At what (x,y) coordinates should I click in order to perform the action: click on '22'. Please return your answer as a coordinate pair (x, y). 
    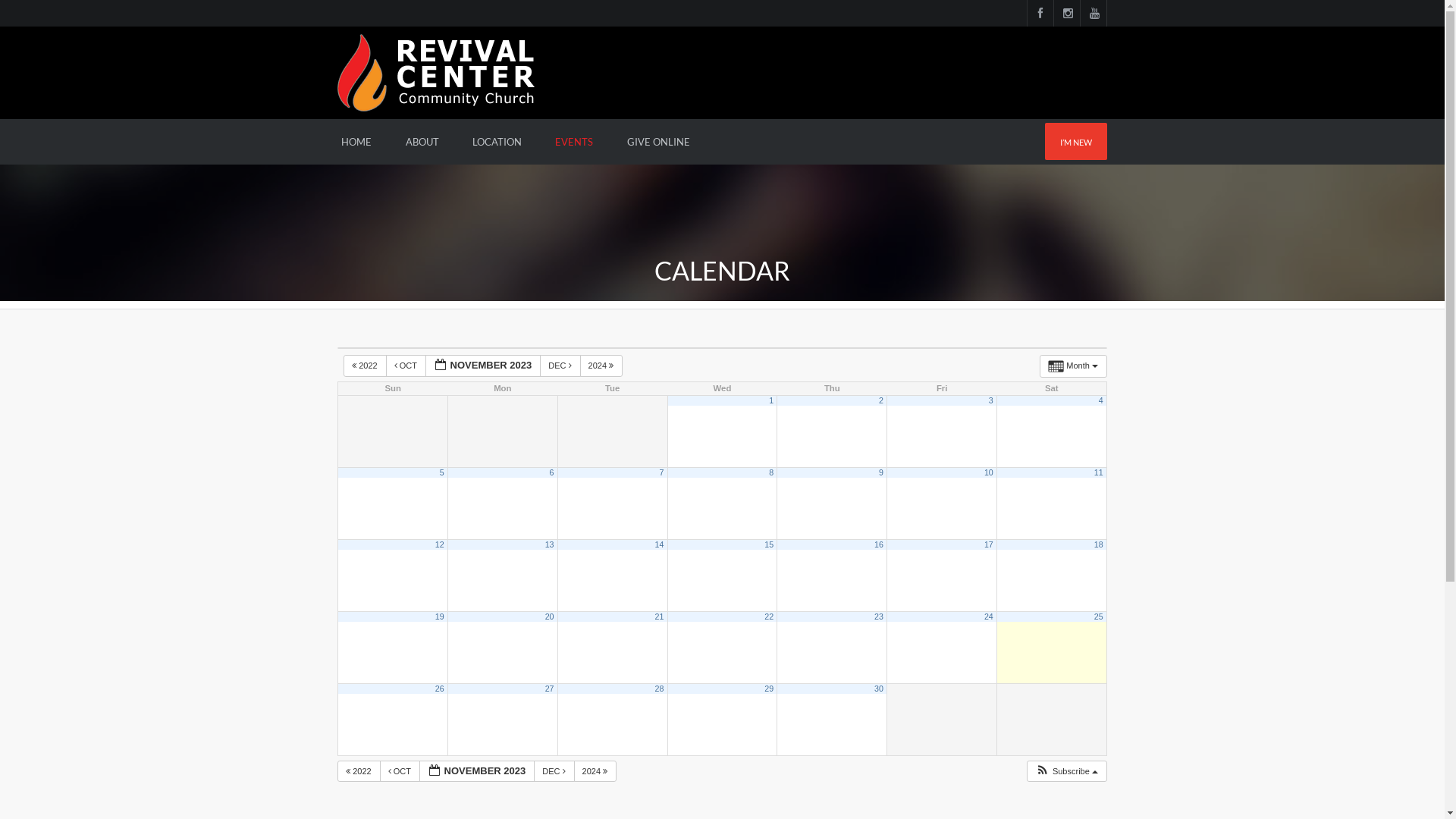
    Looking at the image, I should click on (764, 617).